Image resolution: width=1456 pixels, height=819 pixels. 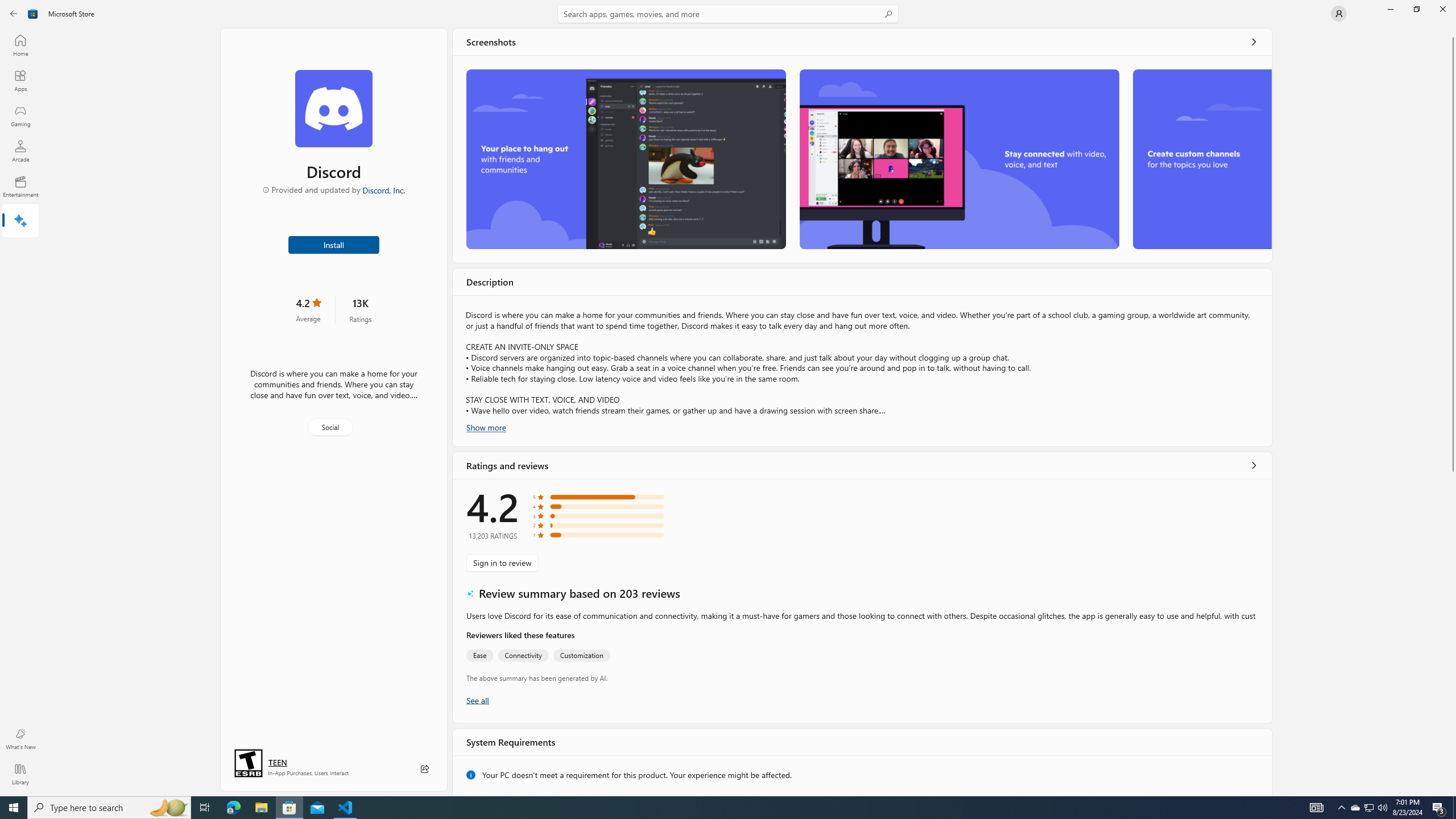 I want to click on 'Home', so click(x=19, y=44).